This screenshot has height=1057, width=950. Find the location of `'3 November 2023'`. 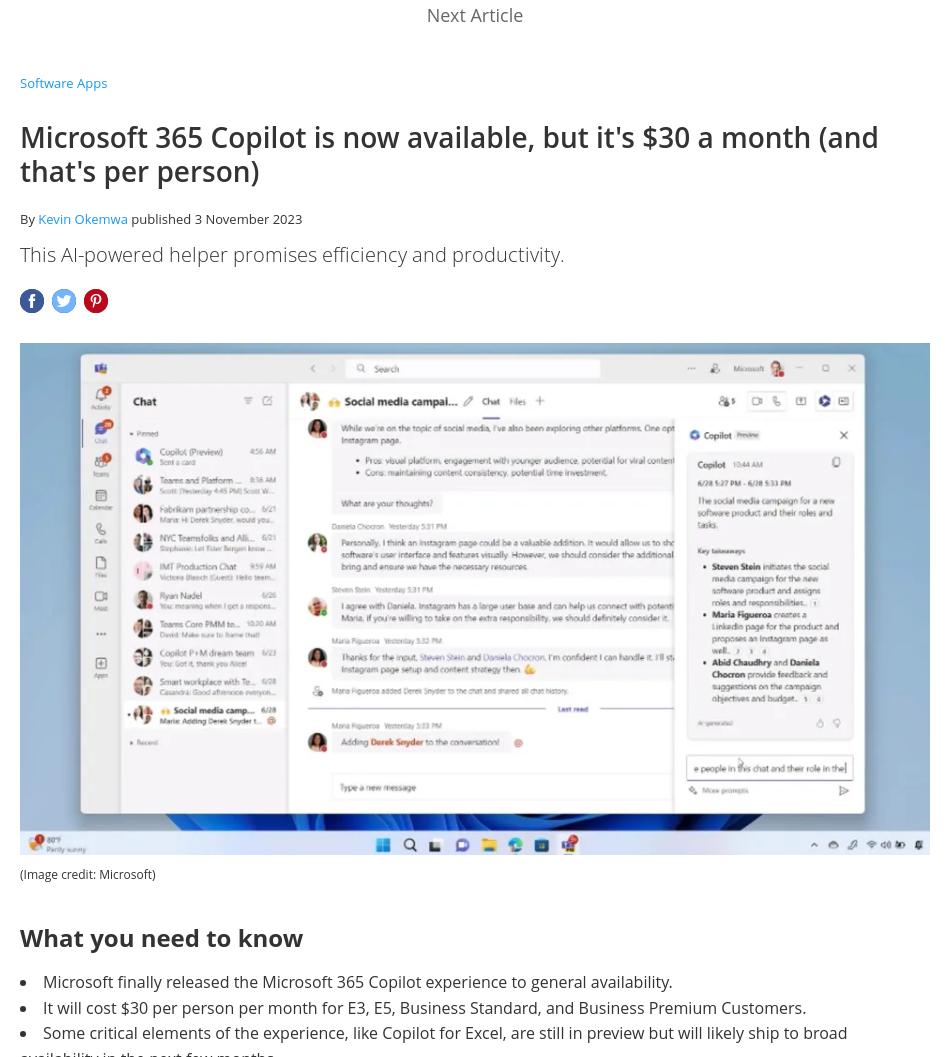

'3 November 2023' is located at coordinates (247, 219).